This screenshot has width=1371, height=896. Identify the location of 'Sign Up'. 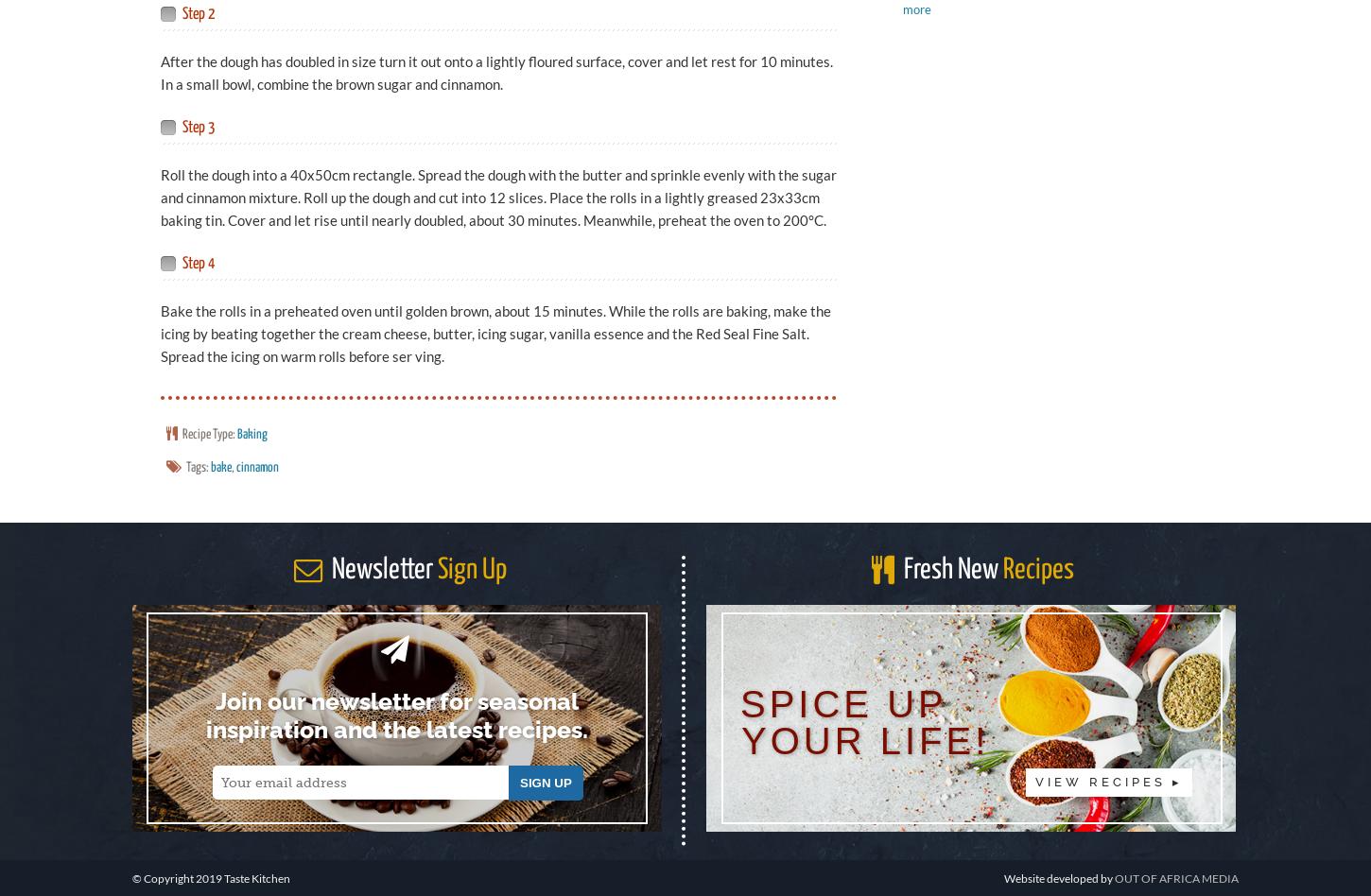
(471, 569).